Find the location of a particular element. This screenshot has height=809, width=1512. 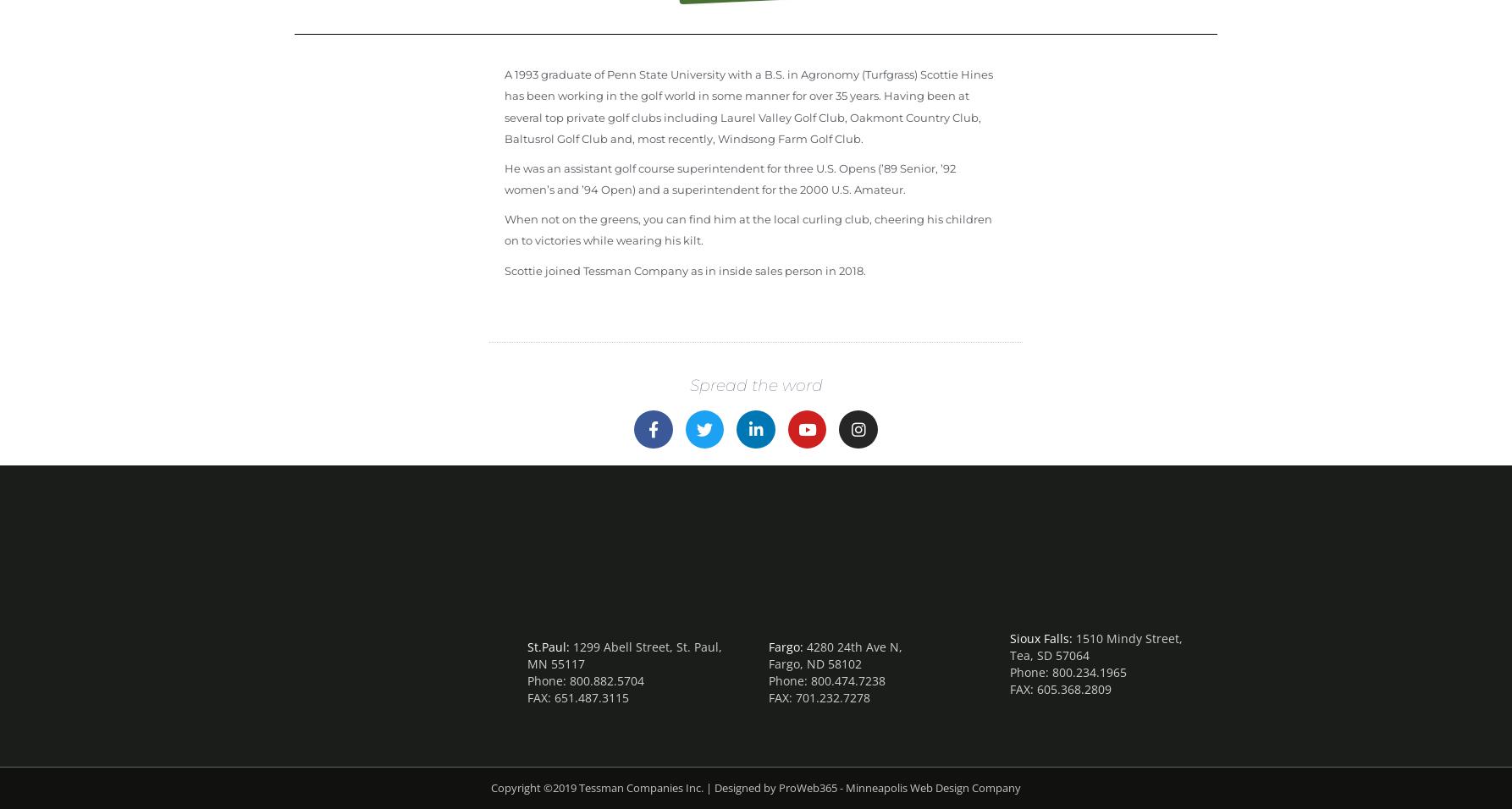

'ProWeb365 - Minneapolis Web Design Company' is located at coordinates (899, 787).